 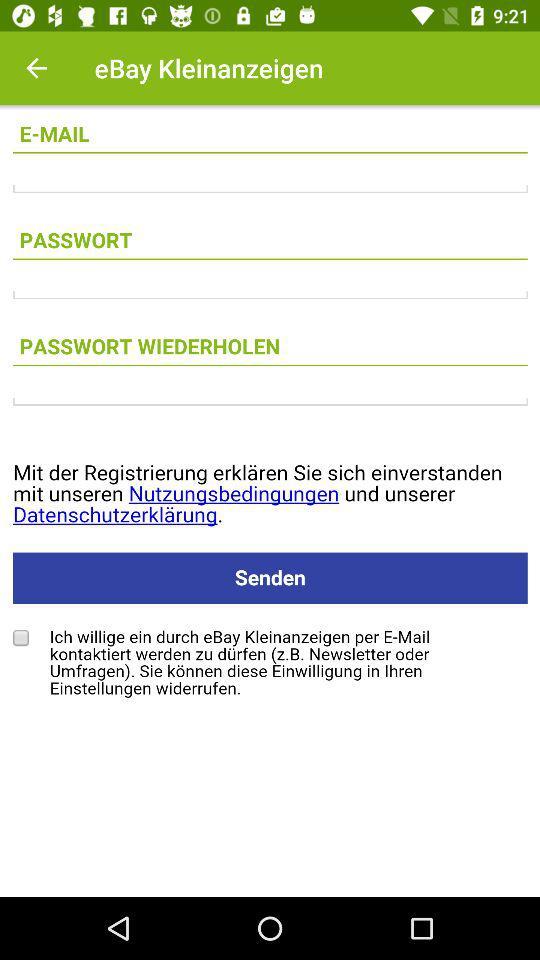 I want to click on goto back, so click(x=36, y=68).